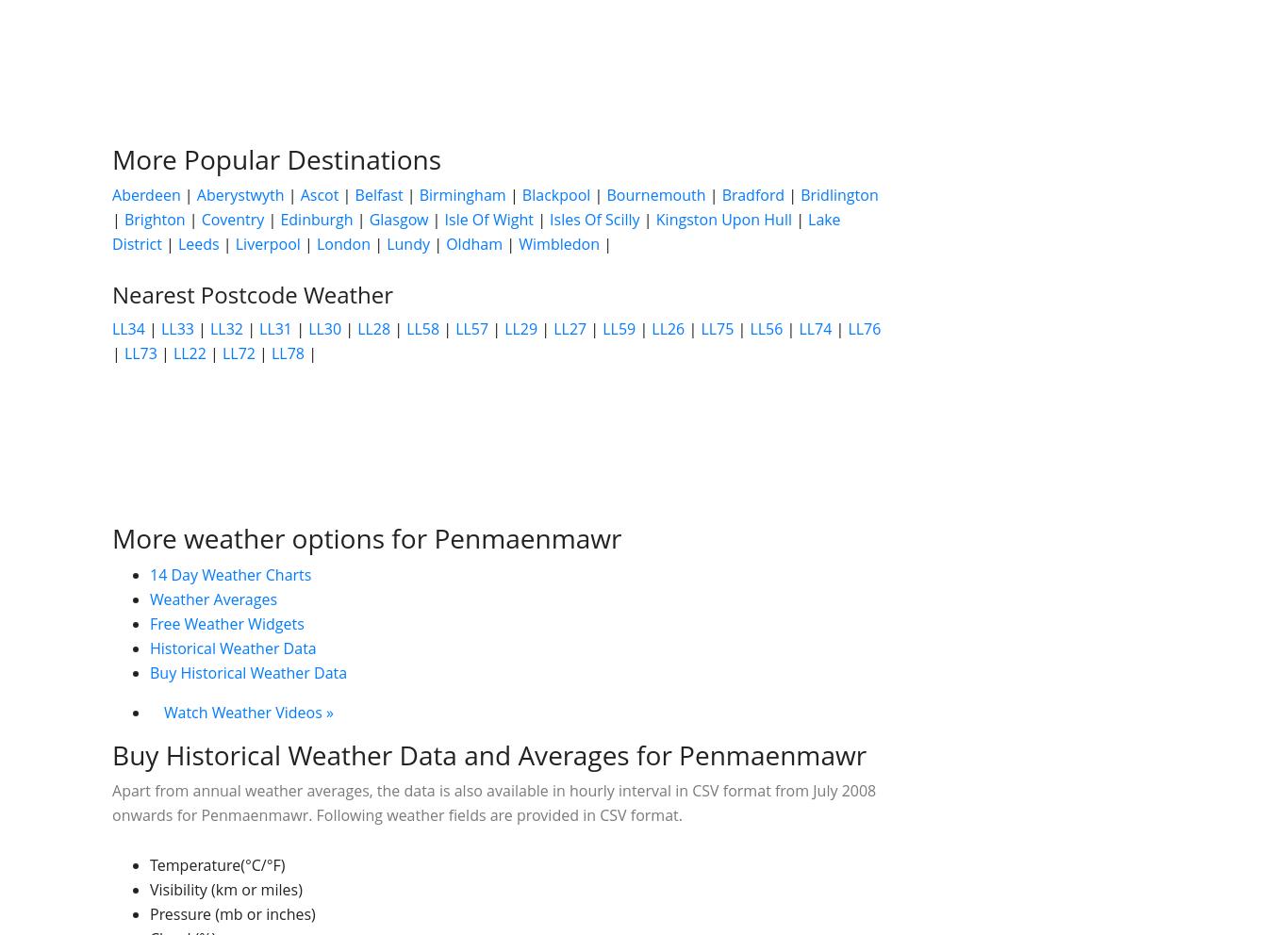  What do you see at coordinates (366, 537) in the screenshot?
I see `'More weather options for Penmaenmawr'` at bounding box center [366, 537].